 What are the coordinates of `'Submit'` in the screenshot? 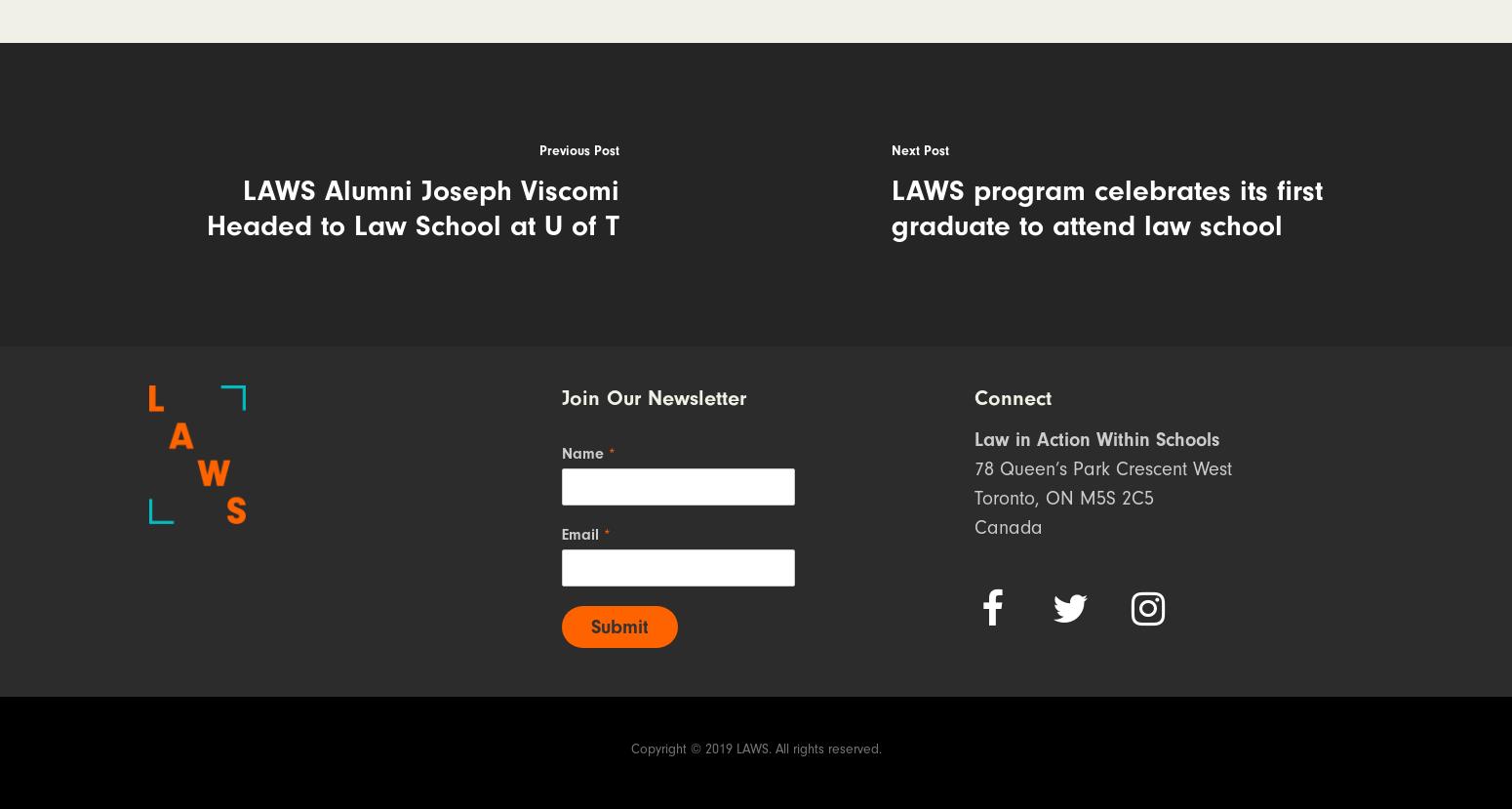 It's located at (617, 626).